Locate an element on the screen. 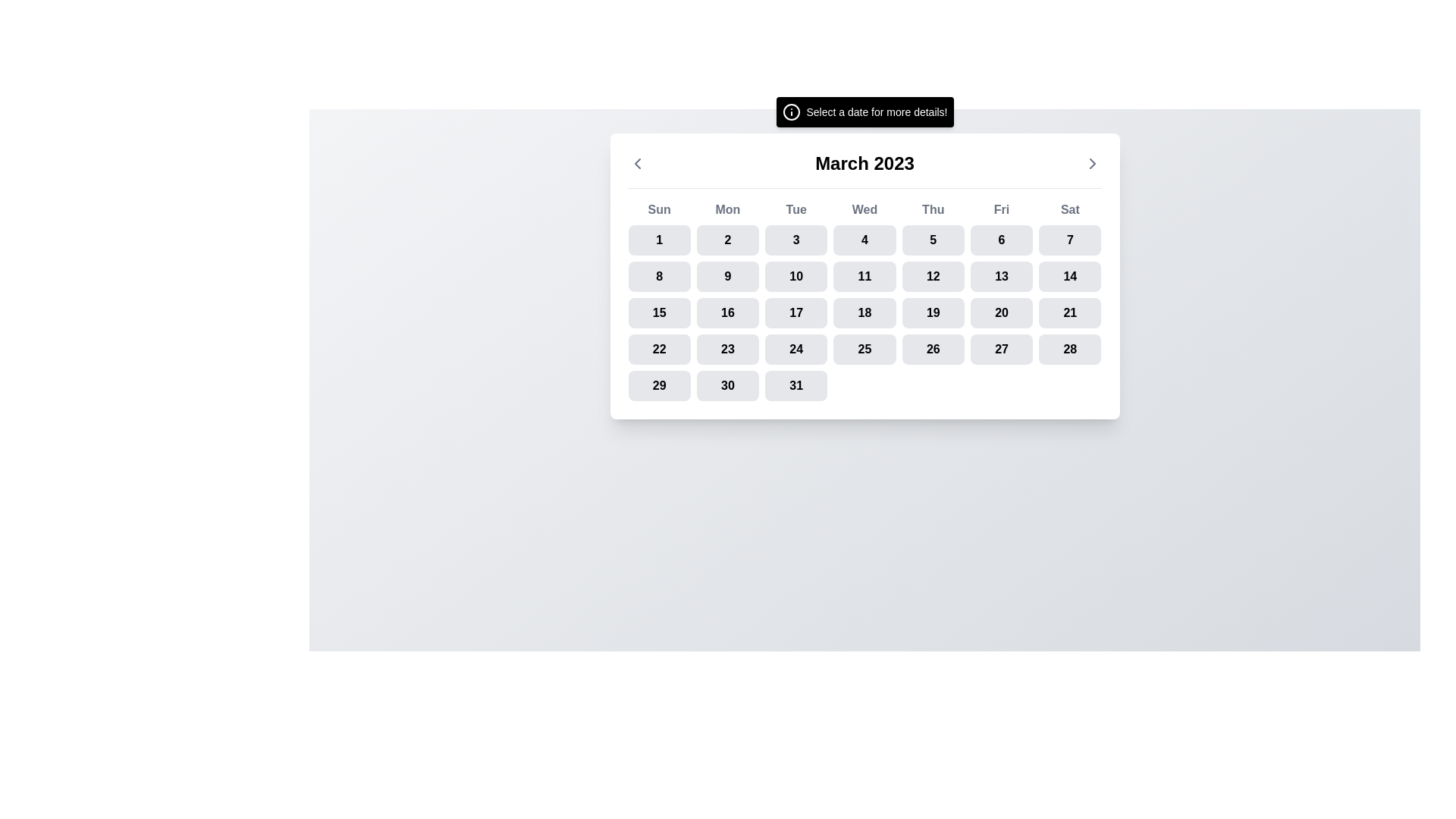  the informational label denoting the abbreviation for Tuesday in the calendar's weekday header row, which is the third weekday name from the left is located at coordinates (795, 210).